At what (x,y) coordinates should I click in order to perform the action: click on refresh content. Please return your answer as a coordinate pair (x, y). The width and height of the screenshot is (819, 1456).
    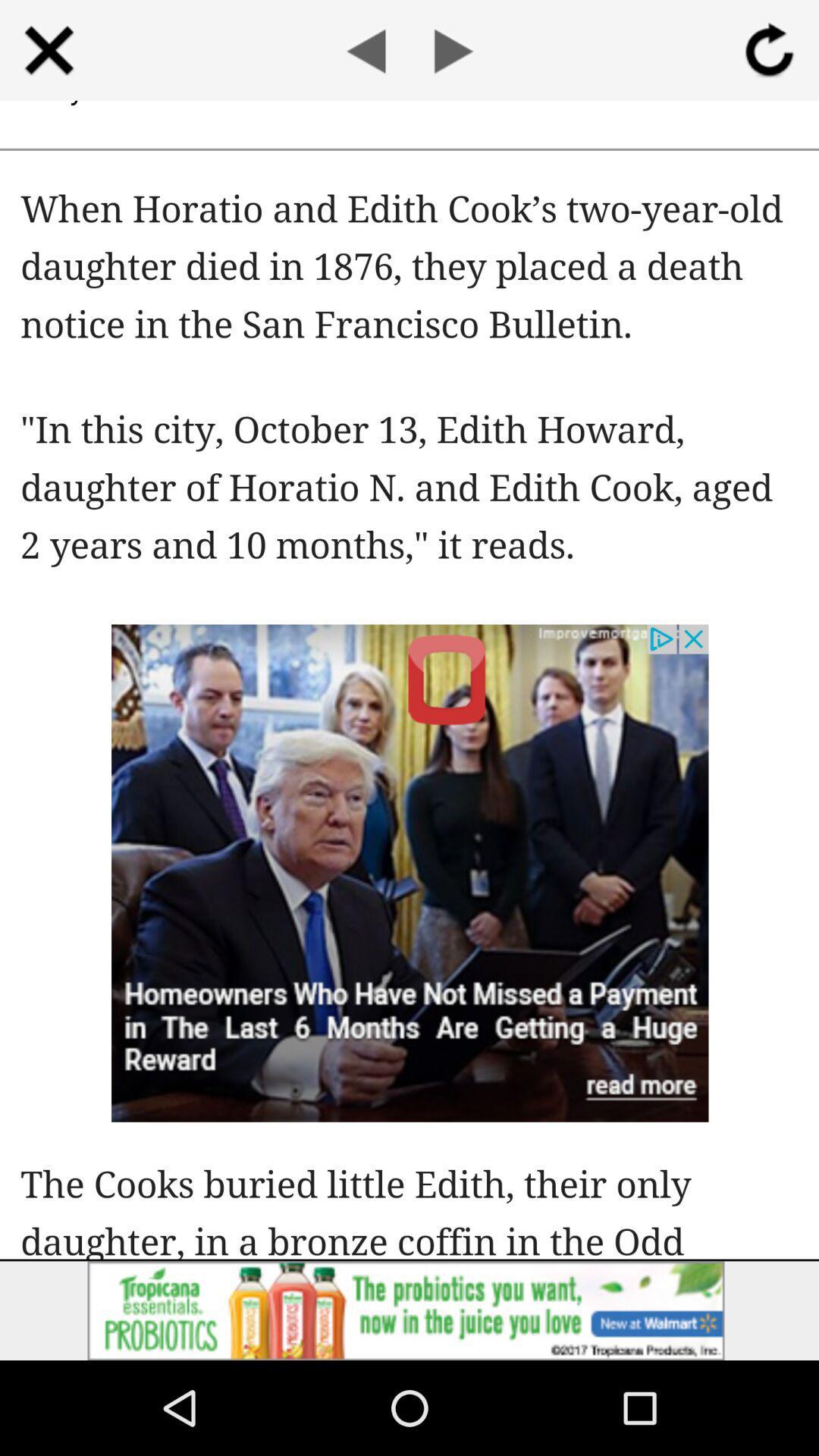
    Looking at the image, I should click on (770, 50).